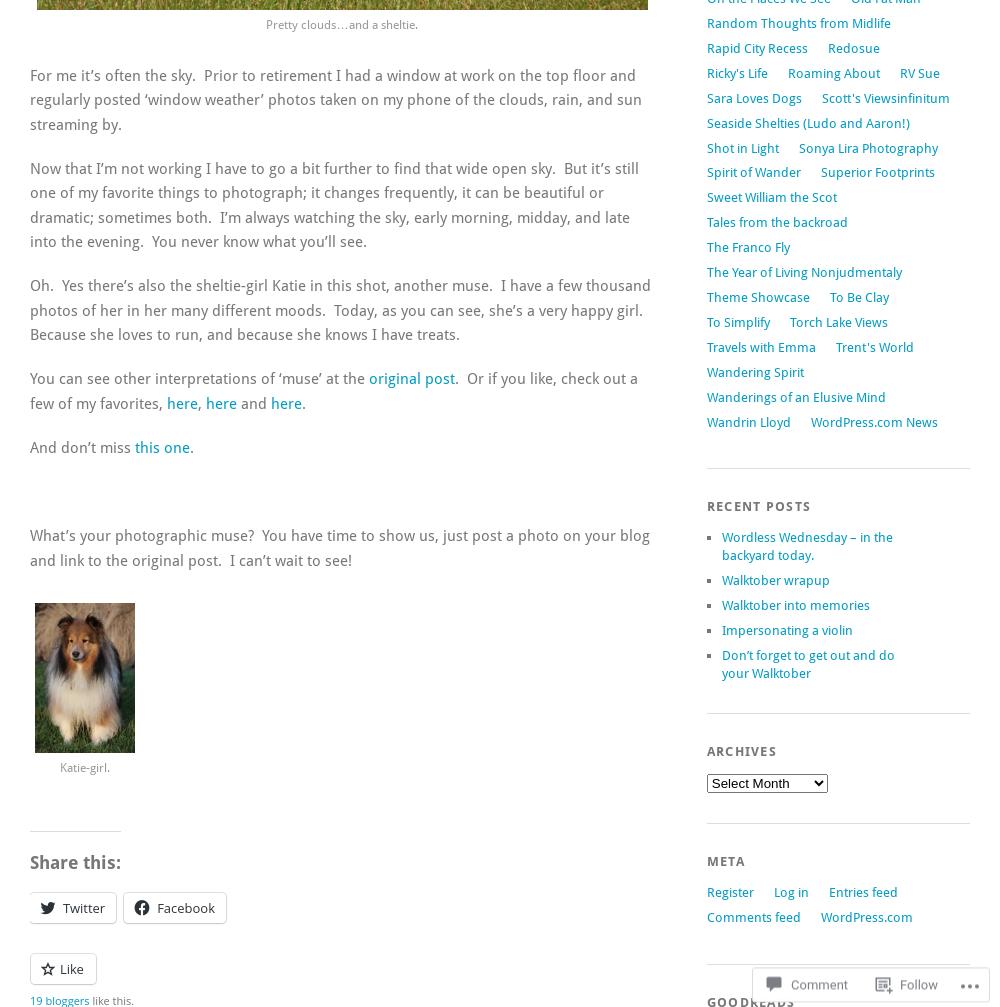 The height and width of the screenshot is (1007, 1000). What do you see at coordinates (254, 403) in the screenshot?
I see `'and'` at bounding box center [254, 403].